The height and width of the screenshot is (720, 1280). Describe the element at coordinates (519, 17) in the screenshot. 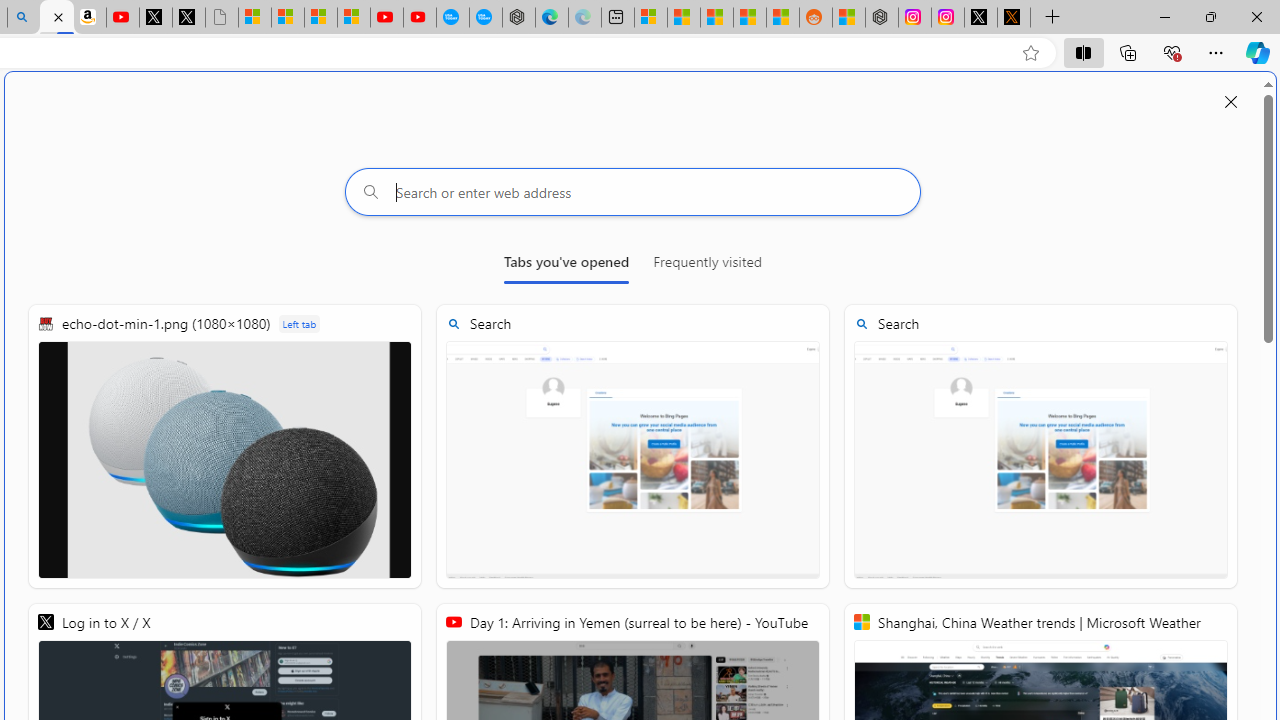

I see `'Nordace - Nordace has arrived Hong Kong'` at that location.